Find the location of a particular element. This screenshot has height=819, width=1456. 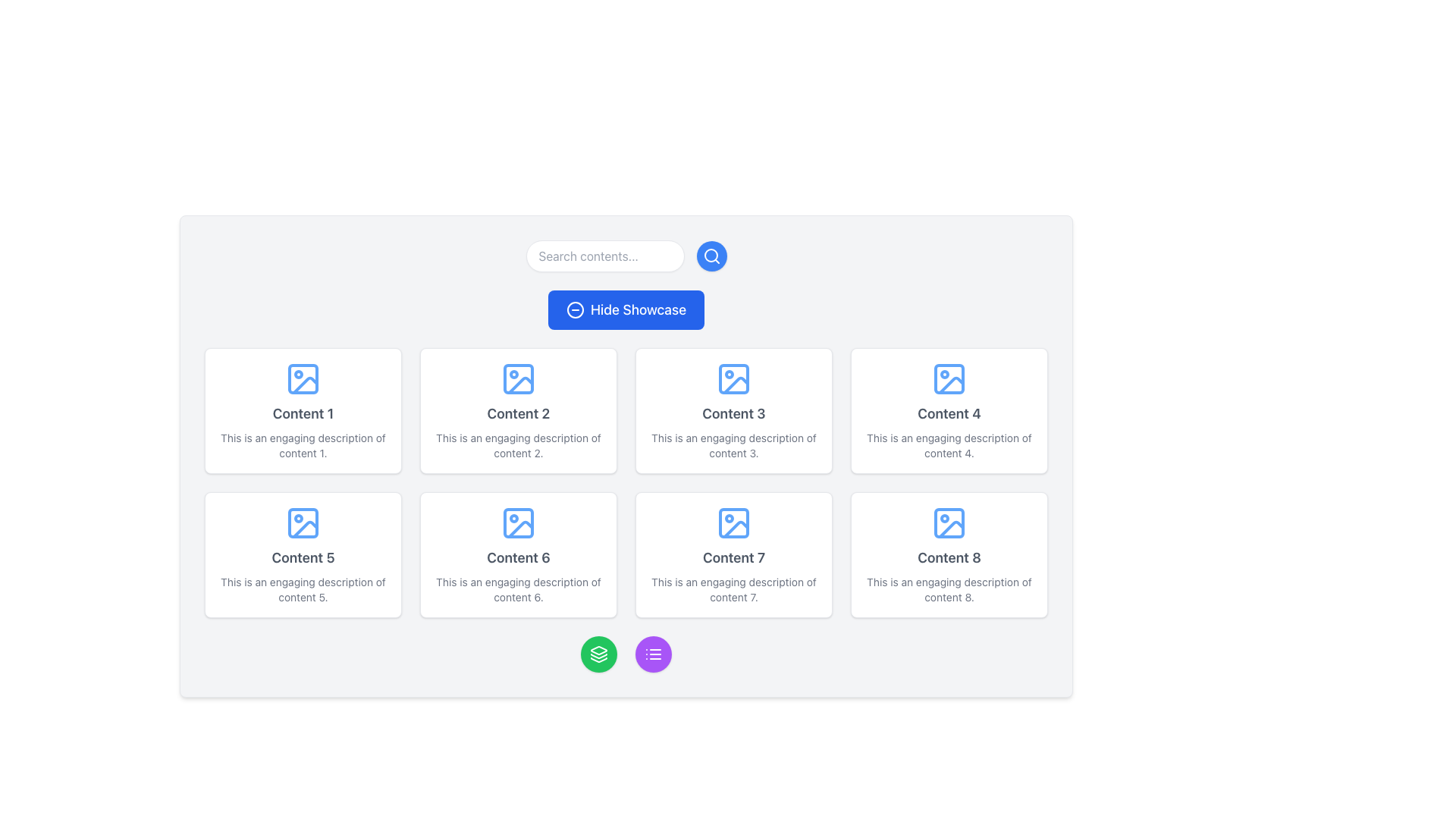

the Text label that provides additional detail about the content item labeled 'Content 5', located at the bottom section of the card is located at coordinates (303, 589).